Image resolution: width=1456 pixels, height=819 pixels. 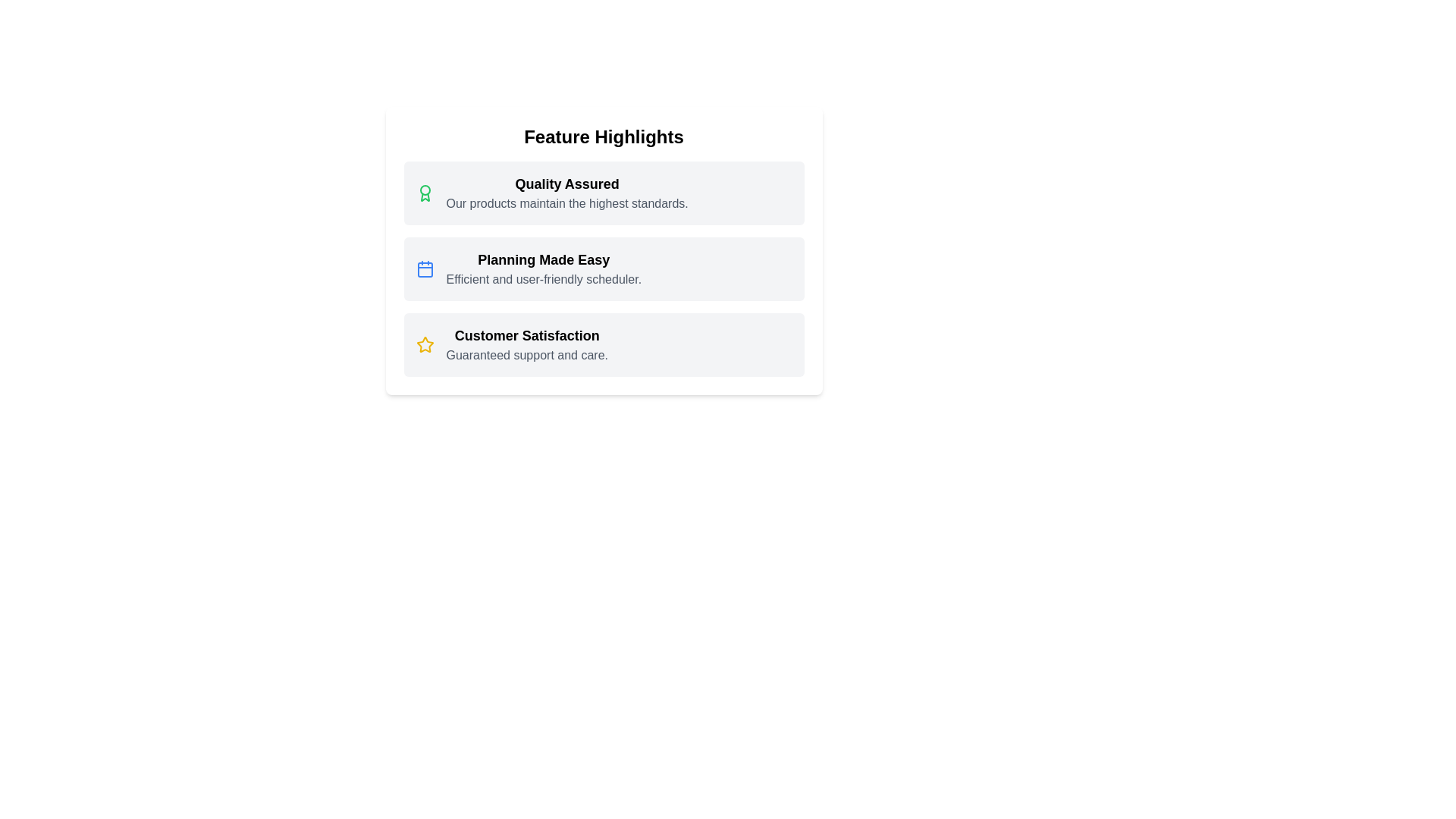 What do you see at coordinates (603, 268) in the screenshot?
I see `the highlighted feature card that emphasizes the ease of planning and scheduling, which is the second card in a vertical list of three feature cards` at bounding box center [603, 268].